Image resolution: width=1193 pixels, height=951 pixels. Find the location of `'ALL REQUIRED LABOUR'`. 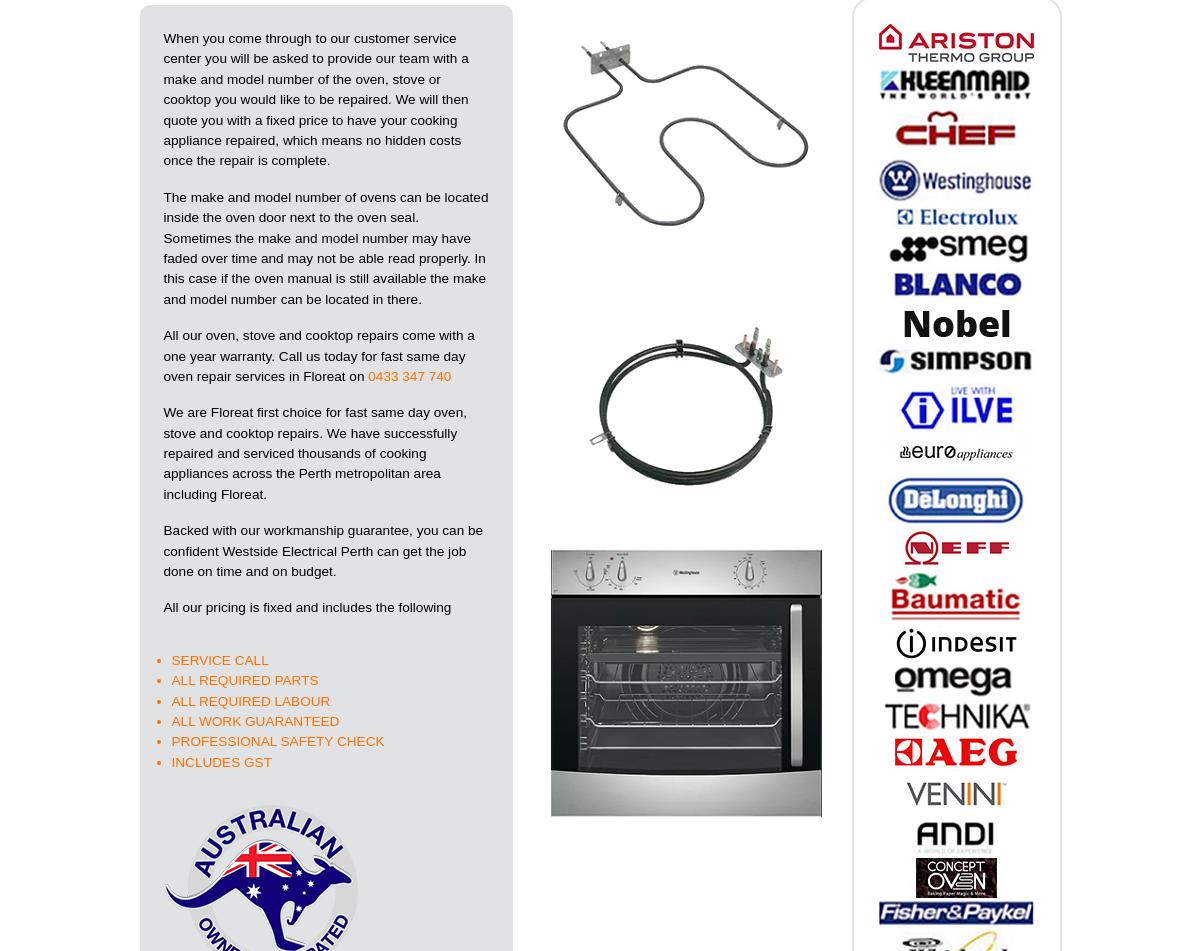

'ALL REQUIRED LABOUR' is located at coordinates (250, 699).